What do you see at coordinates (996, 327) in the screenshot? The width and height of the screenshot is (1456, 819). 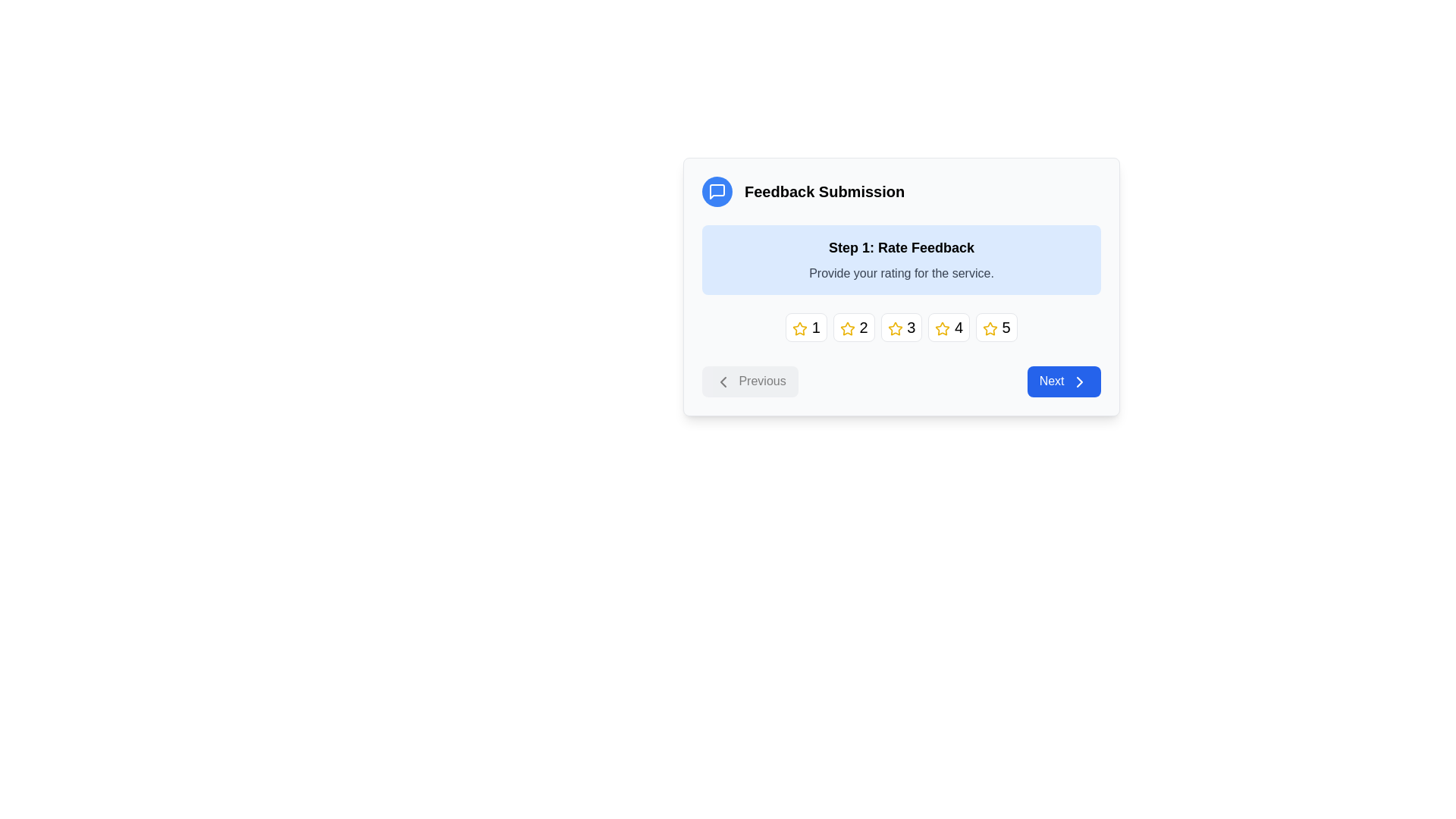 I see `the numeral '5' button with a yellow star icon, which is the fifth element in a horizontal row of similar buttons` at bounding box center [996, 327].